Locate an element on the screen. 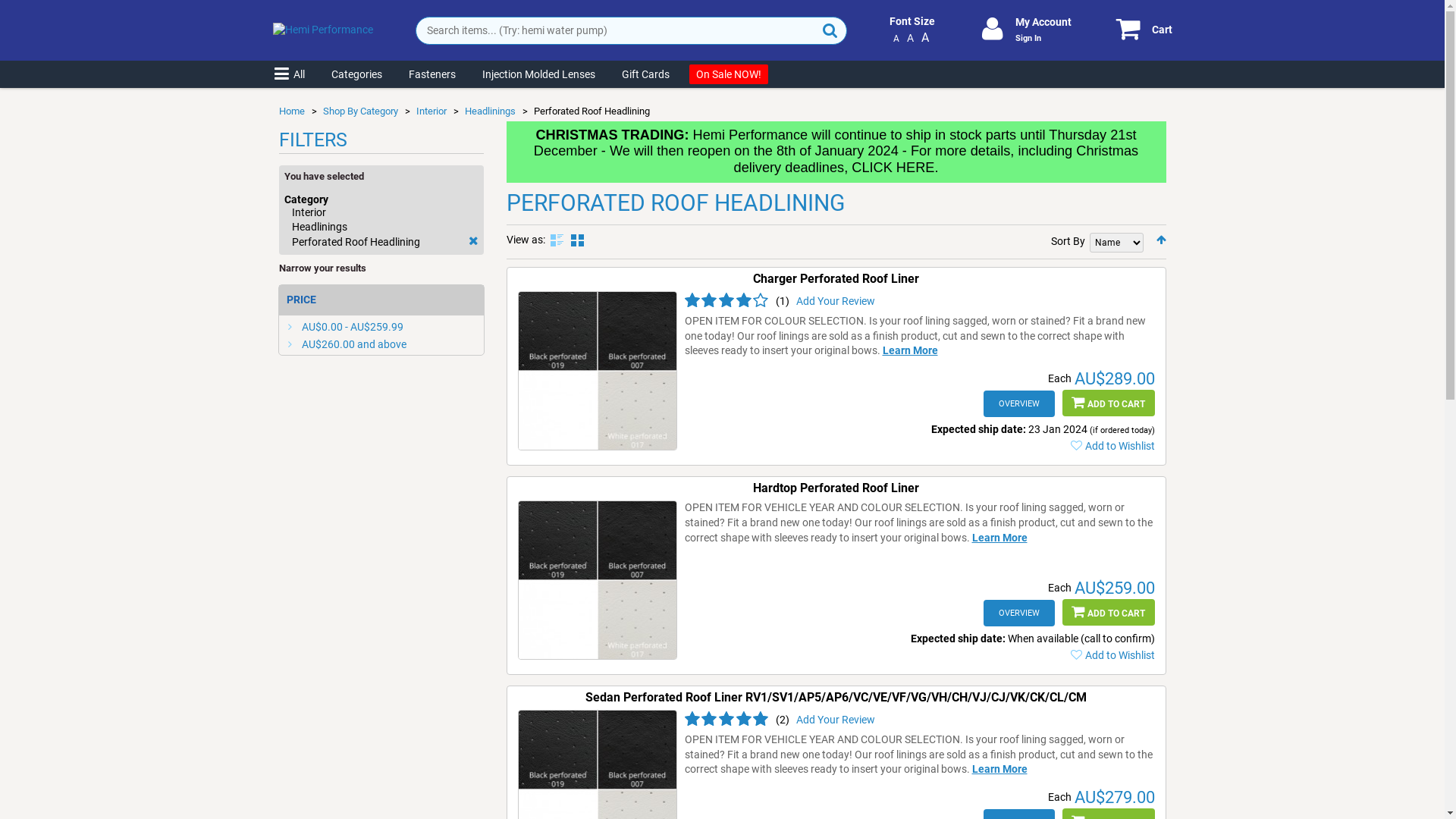  'Cart' is located at coordinates (1160, 29).